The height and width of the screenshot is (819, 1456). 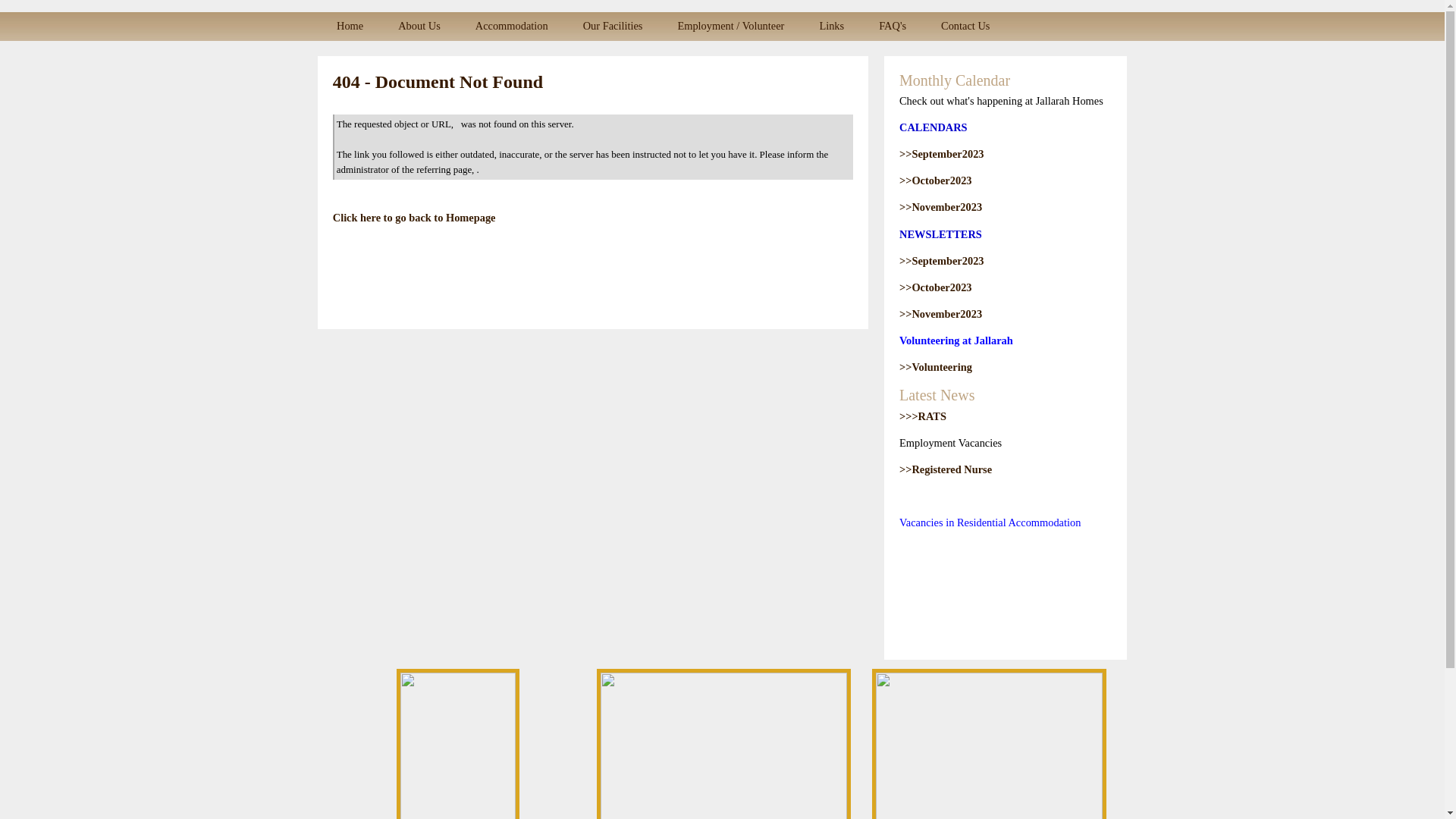 I want to click on 'Home', so click(x=318, y=26).